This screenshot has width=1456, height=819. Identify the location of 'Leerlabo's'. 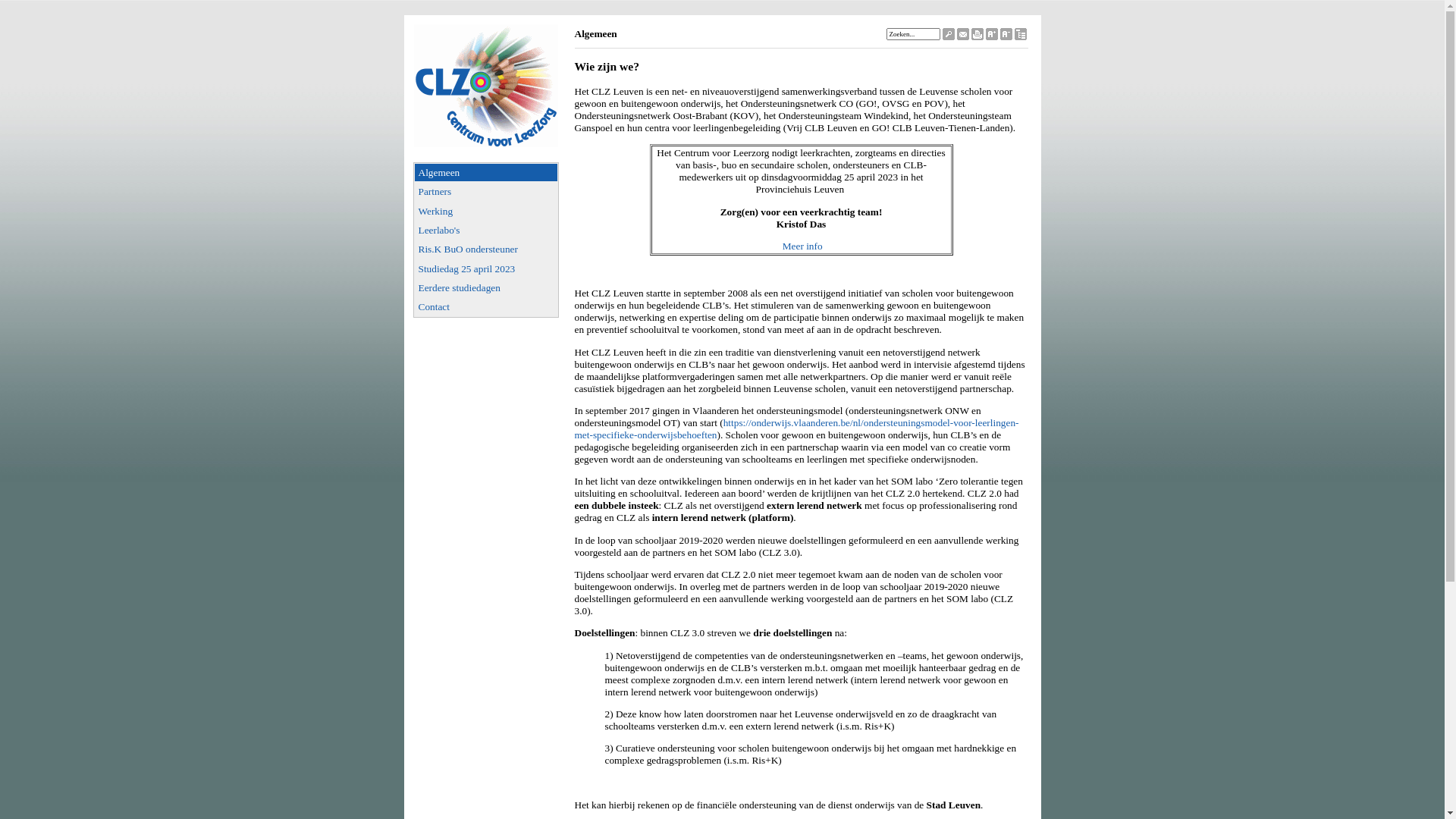
(486, 230).